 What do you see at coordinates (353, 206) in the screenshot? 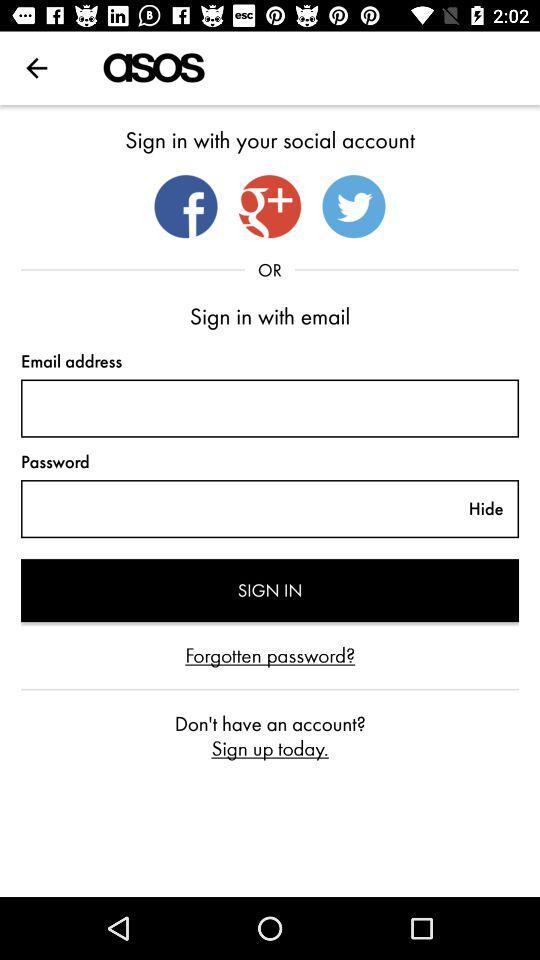
I see `twitter login button` at bounding box center [353, 206].